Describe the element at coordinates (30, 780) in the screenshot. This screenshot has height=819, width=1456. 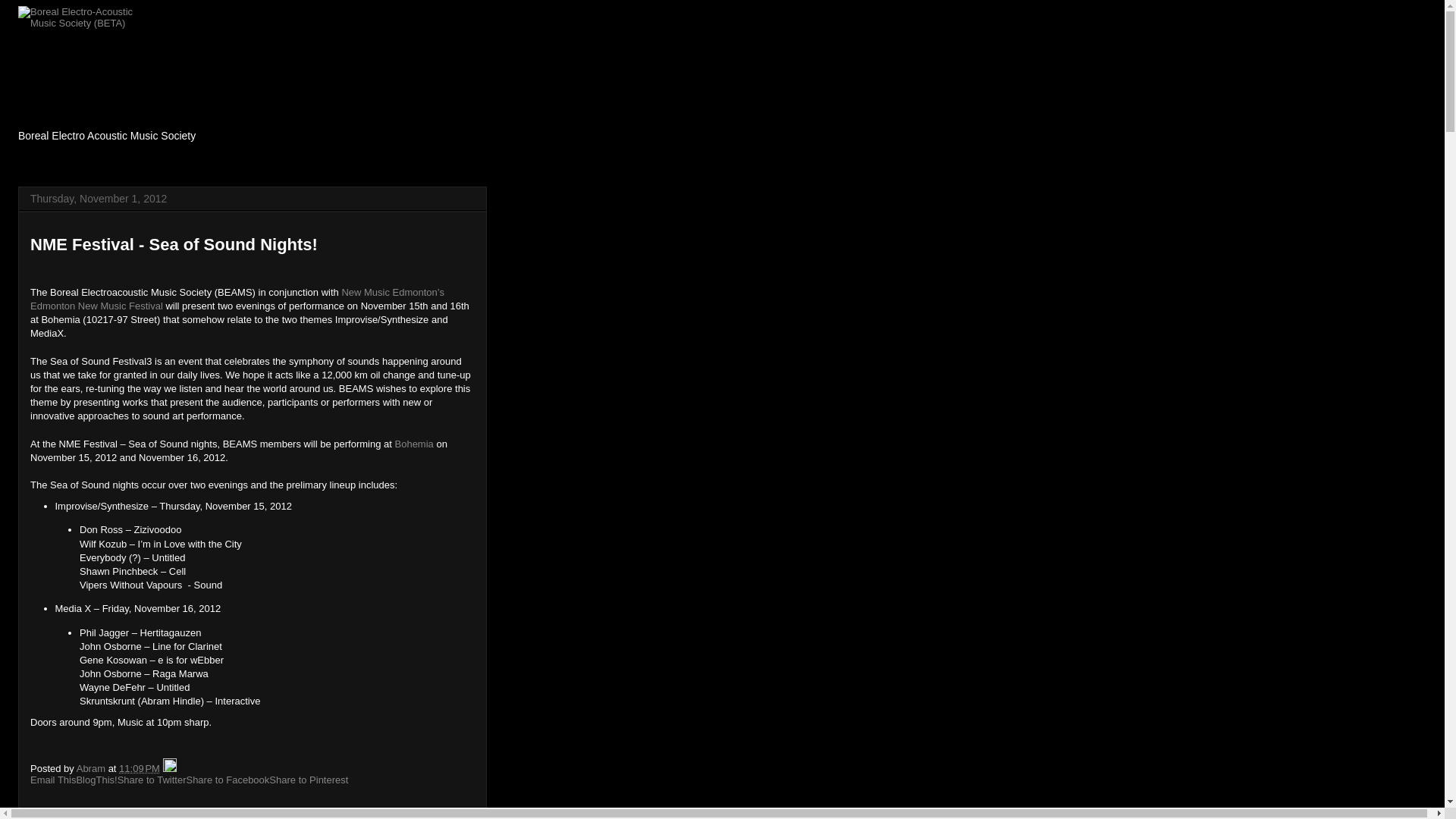
I see `'Email This'` at that location.